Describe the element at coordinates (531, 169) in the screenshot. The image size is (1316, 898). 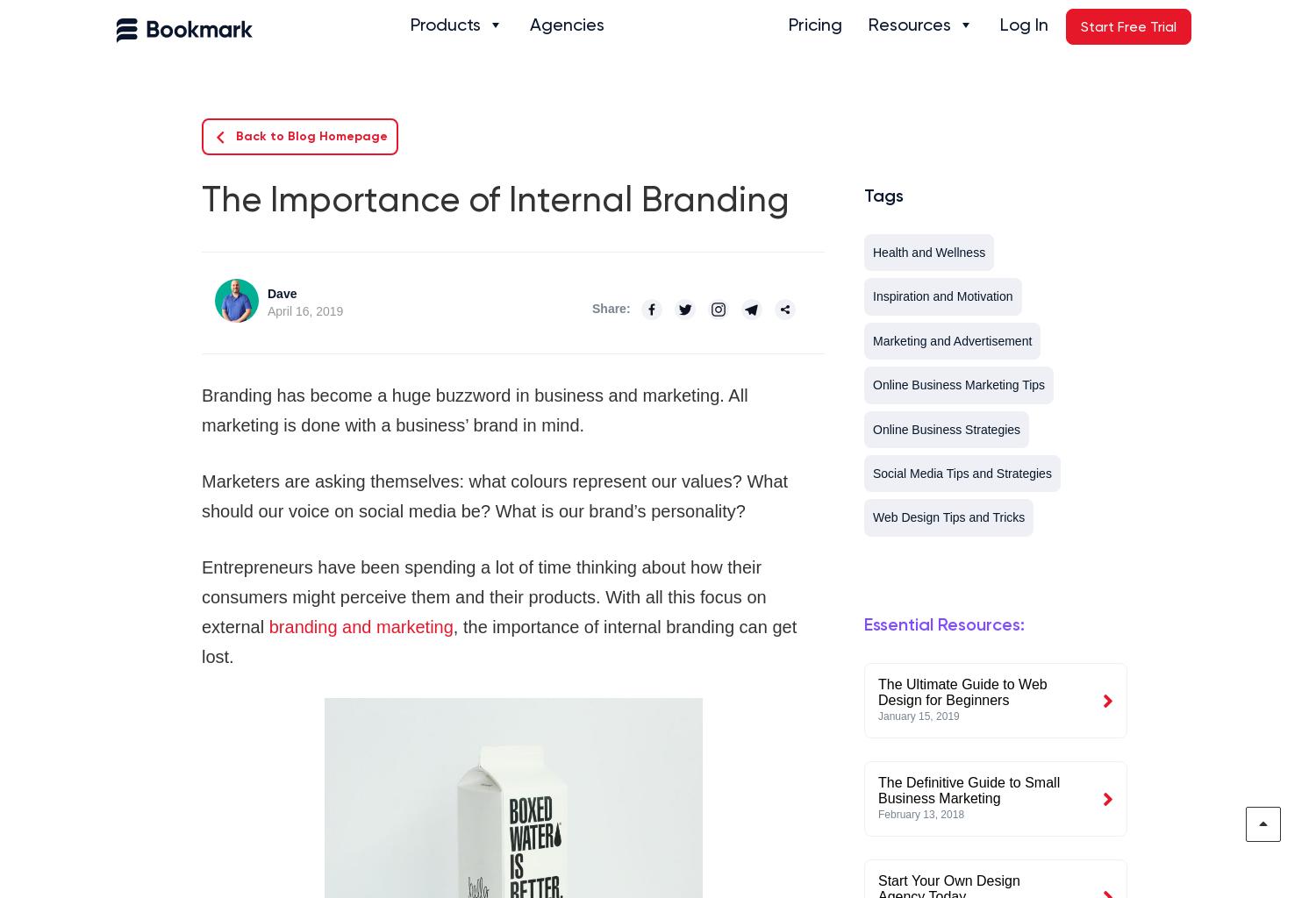
I see `'Every Bookmark website is ready for your Ecommerce online store.'` at that location.